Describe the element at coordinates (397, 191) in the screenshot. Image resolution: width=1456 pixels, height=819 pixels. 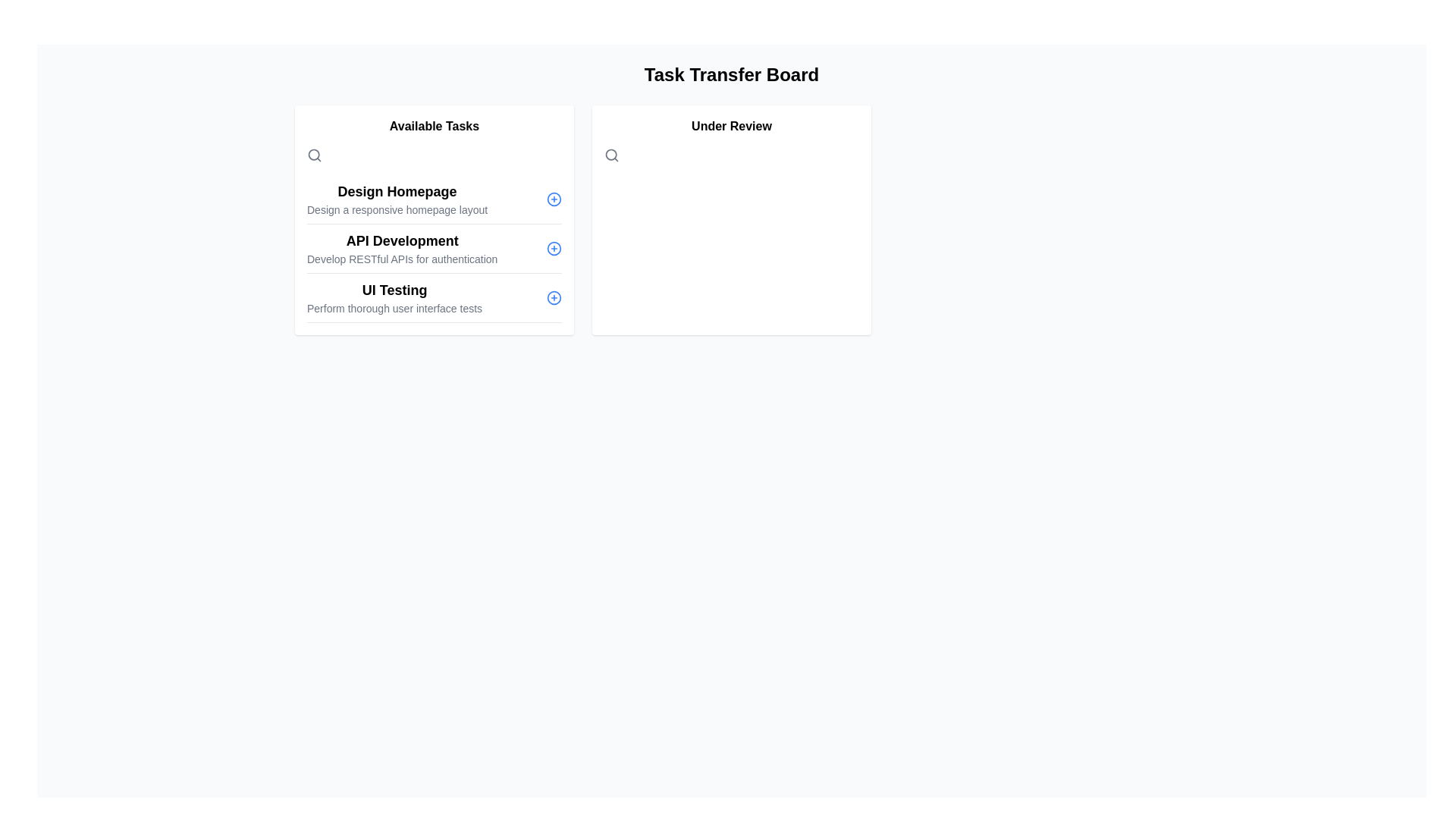
I see `text content of the Text label indicating the title of a task in the 'Available Tasks' section, which is the first item in the list above 'Design a responsive homepage layout.'` at that location.